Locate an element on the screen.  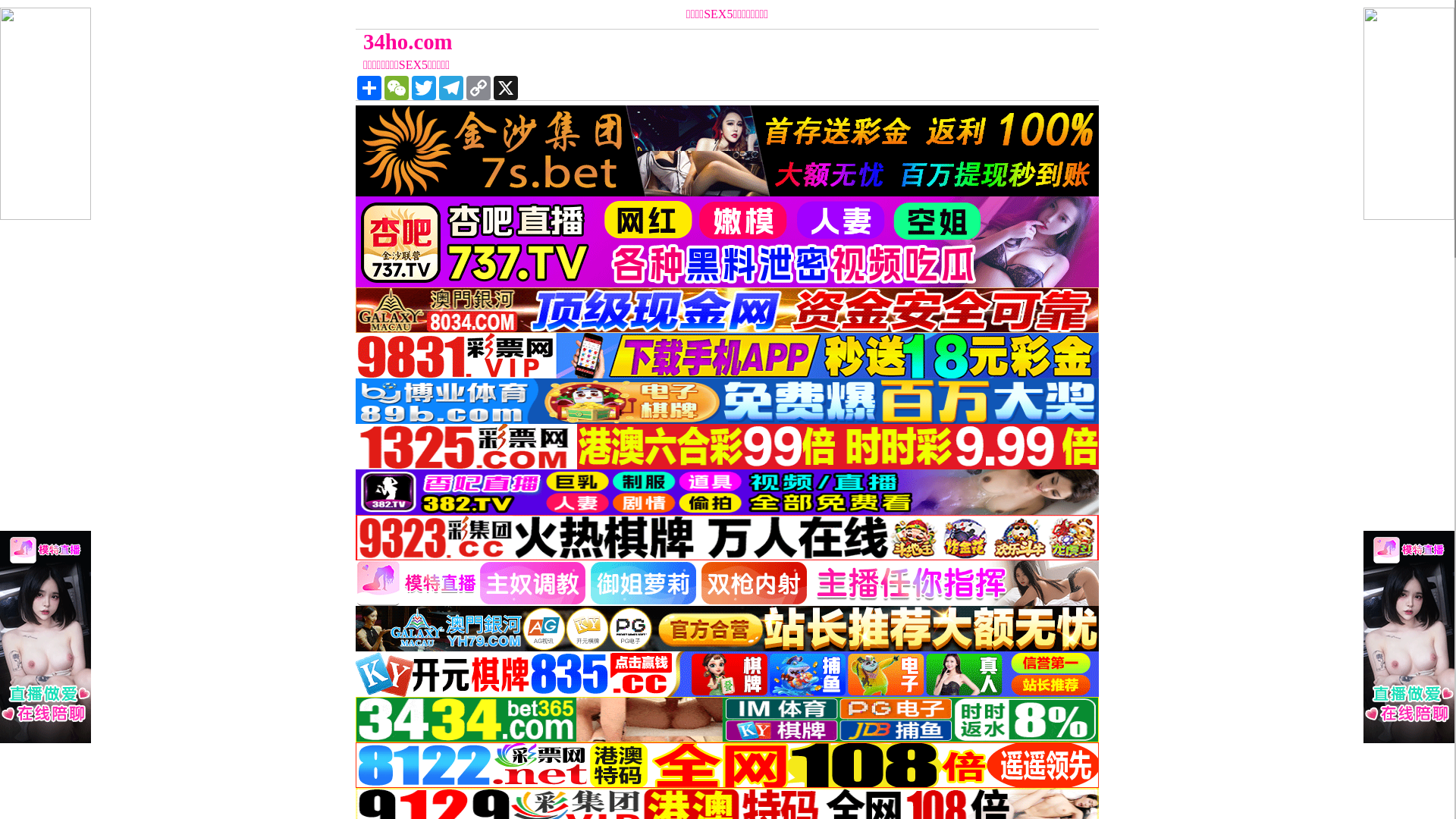
'Copy Link' is located at coordinates (477, 87).